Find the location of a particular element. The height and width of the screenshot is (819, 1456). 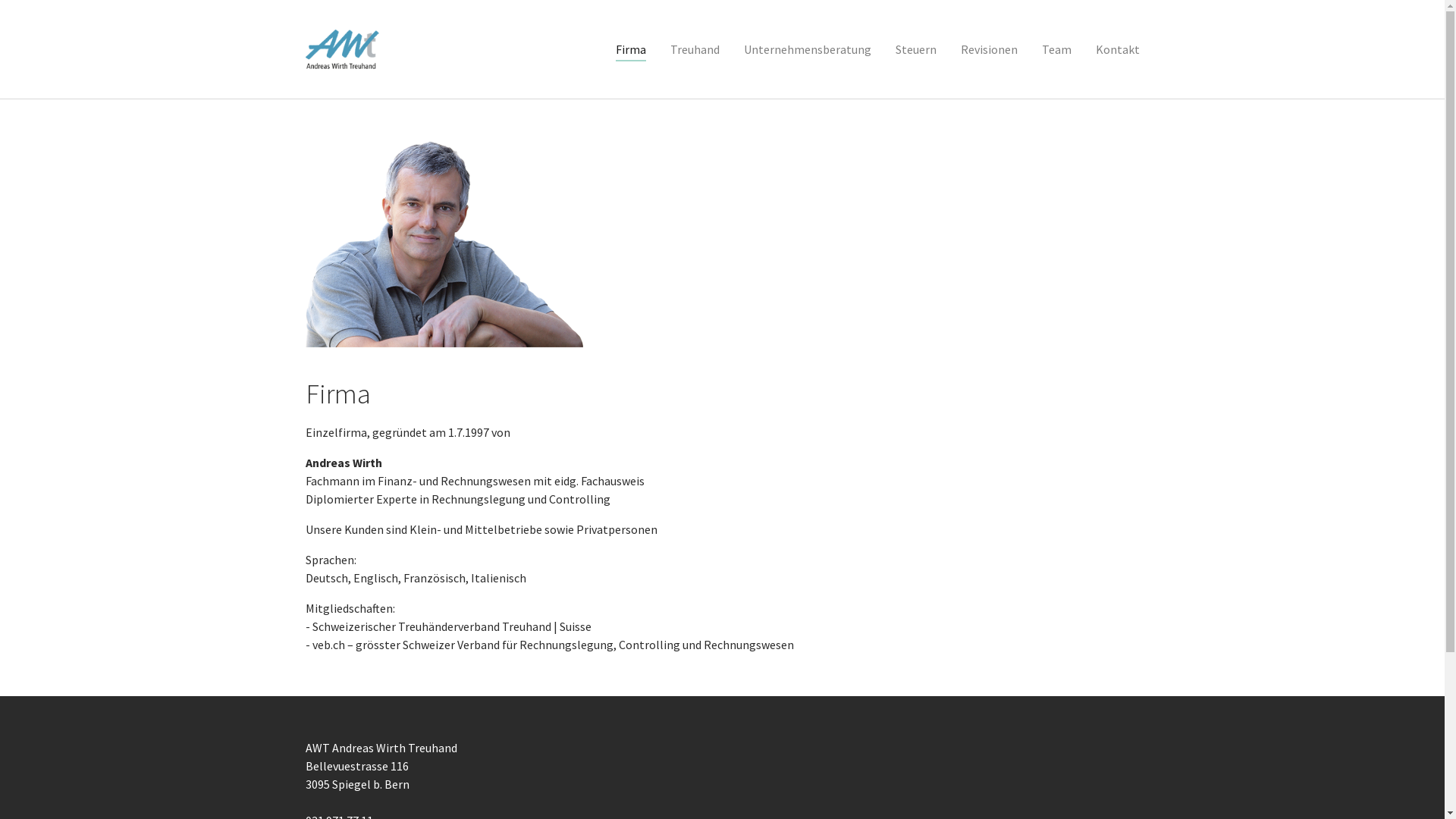

'Steuern' is located at coordinates (882, 49).